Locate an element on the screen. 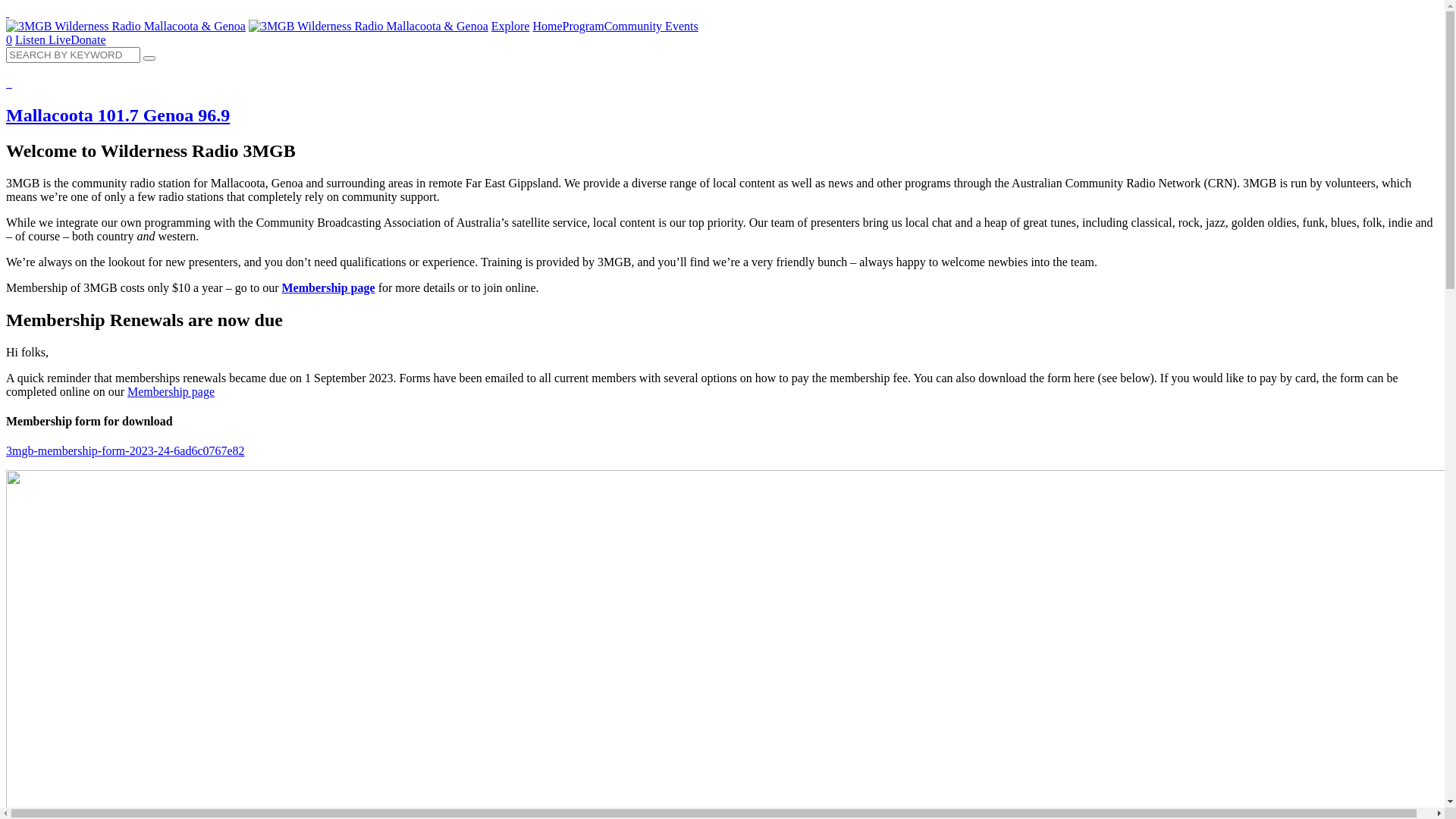 This screenshot has height=819, width=1456. '0' is located at coordinates (9, 39).